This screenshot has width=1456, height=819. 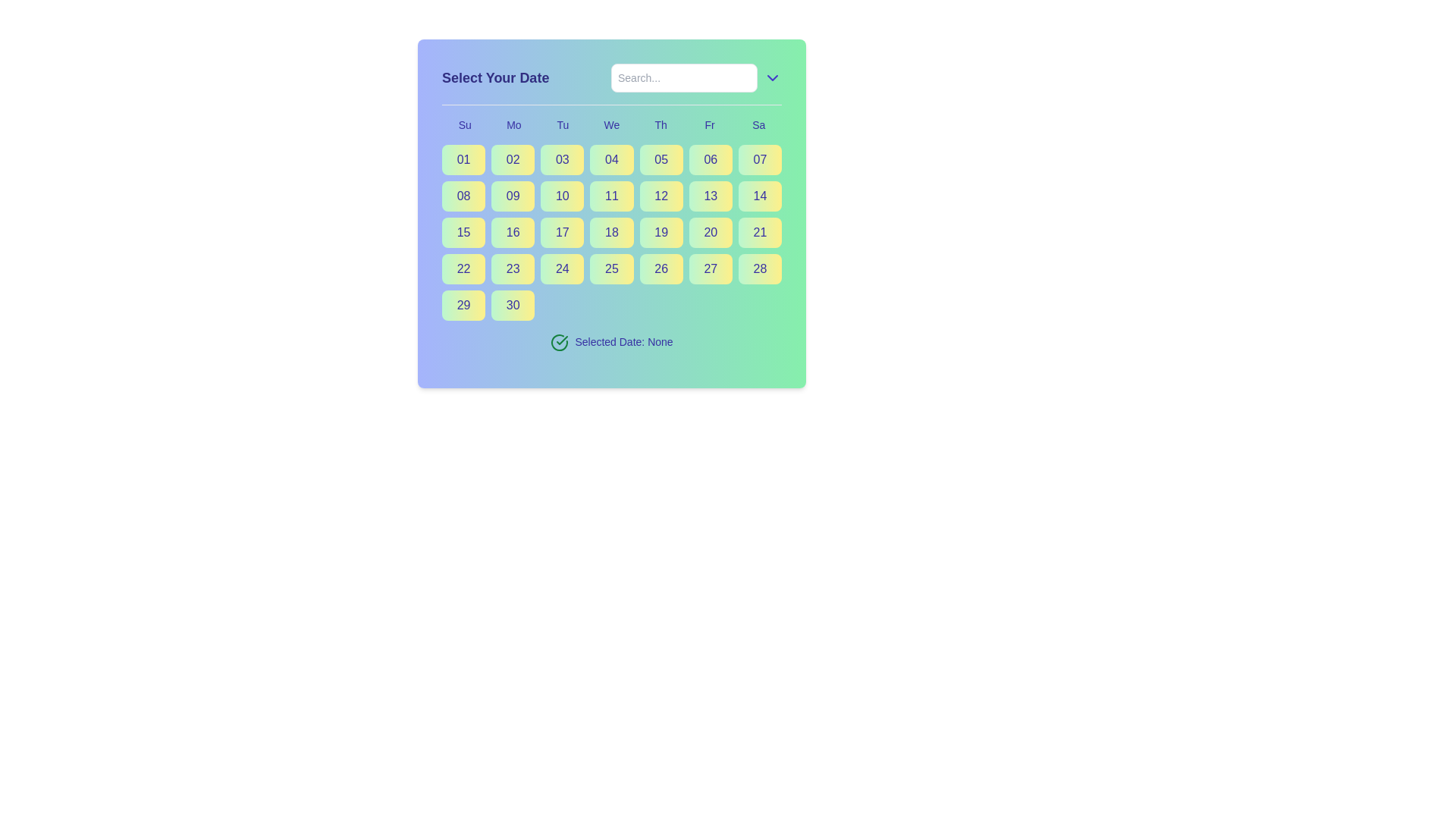 I want to click on the button representing the 18th day in the date-picker interface, so click(x=611, y=233).